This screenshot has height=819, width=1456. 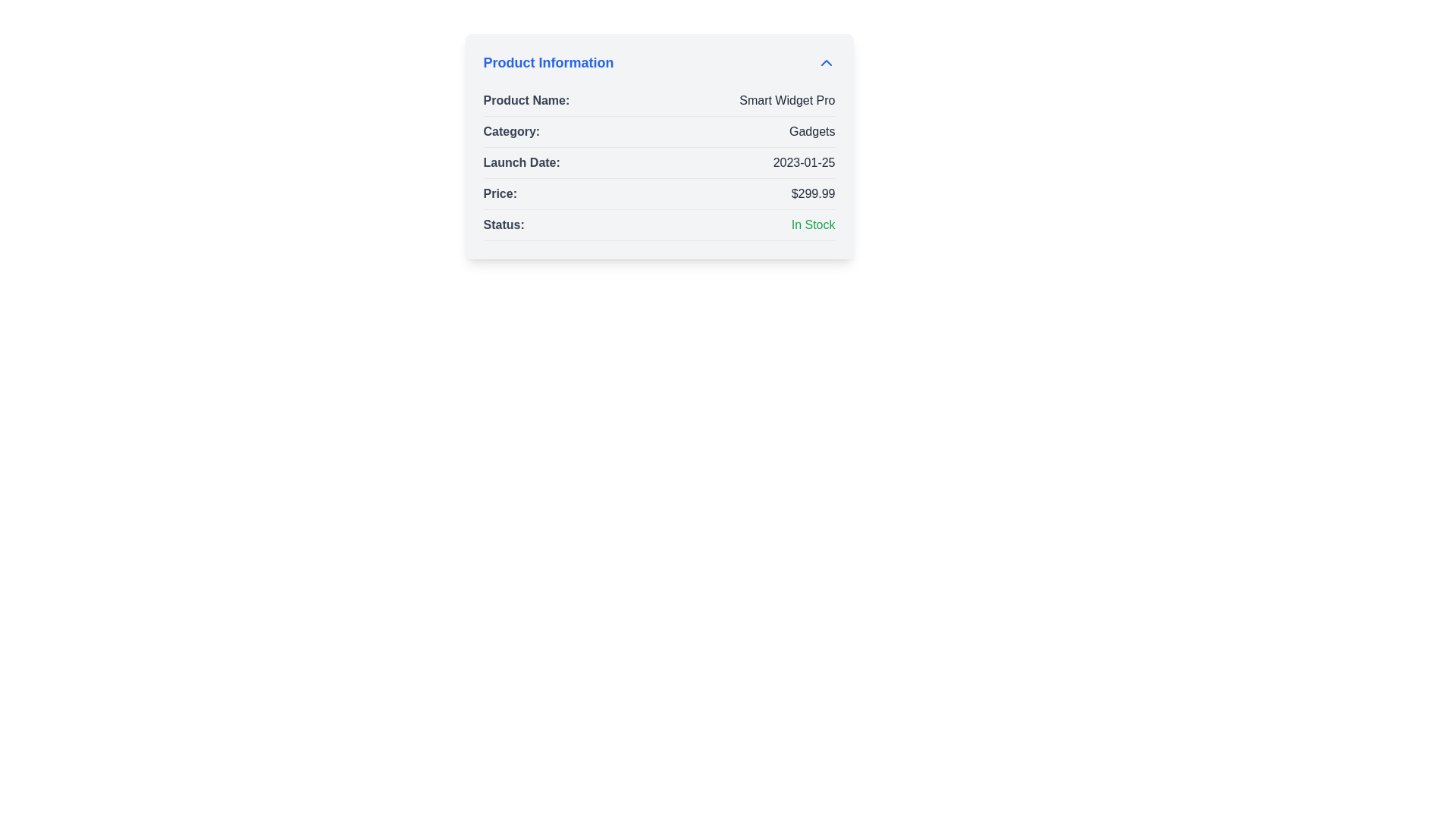 I want to click on the non-interactive label indicating the product category in the 'Product Information' section, located in the second row of the table to the right of the 'Category:' label, so click(x=811, y=130).